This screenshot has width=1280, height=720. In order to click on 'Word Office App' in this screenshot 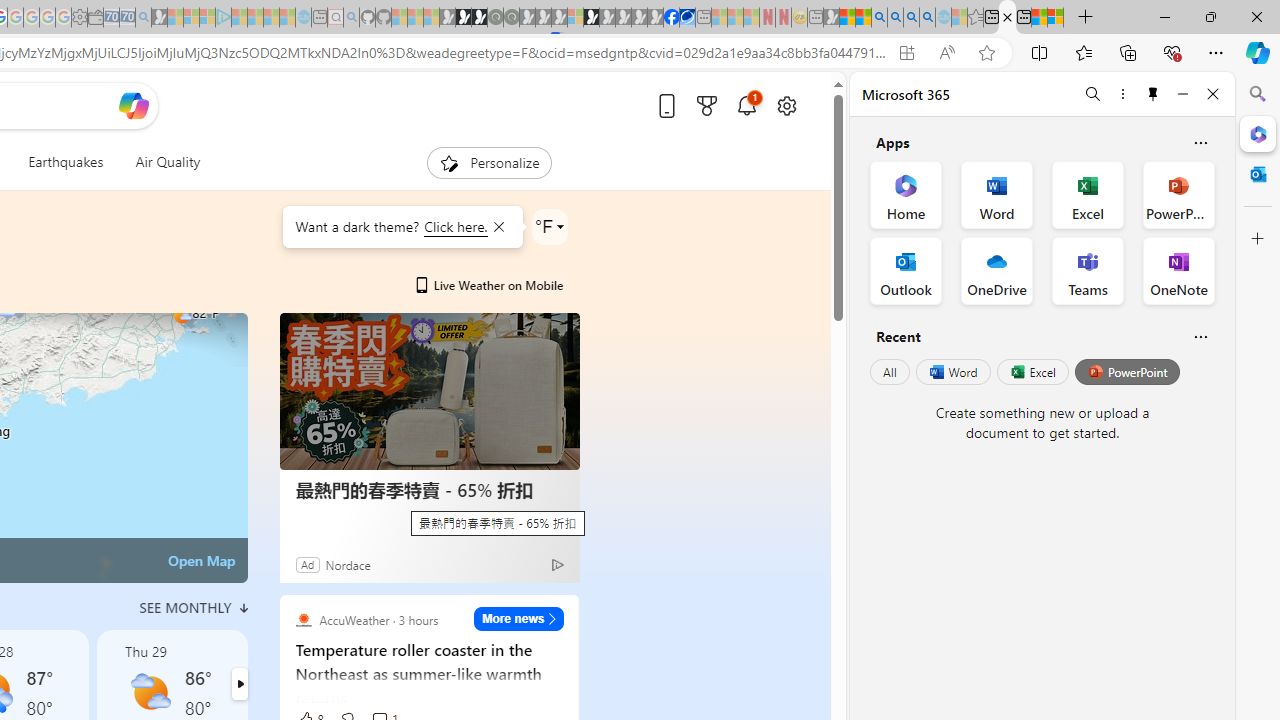, I will do `click(997, 195)`.